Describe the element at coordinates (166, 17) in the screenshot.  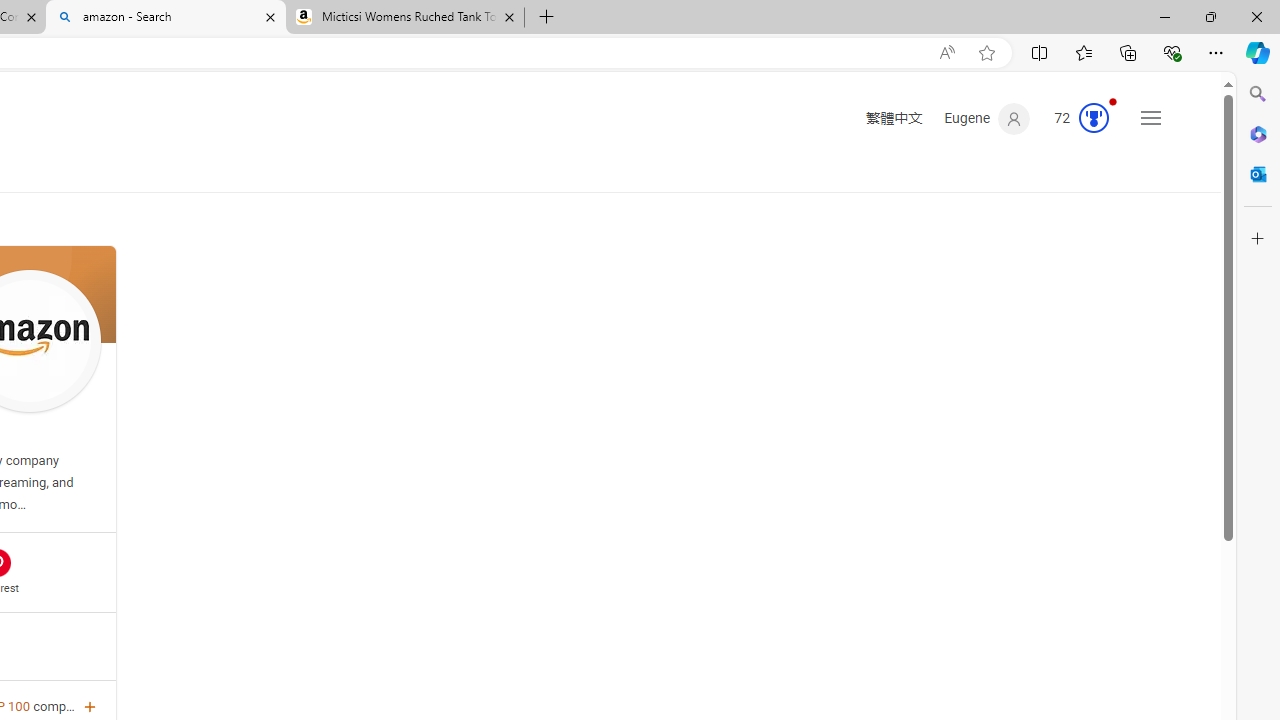
I see `'amazon - Search'` at that location.